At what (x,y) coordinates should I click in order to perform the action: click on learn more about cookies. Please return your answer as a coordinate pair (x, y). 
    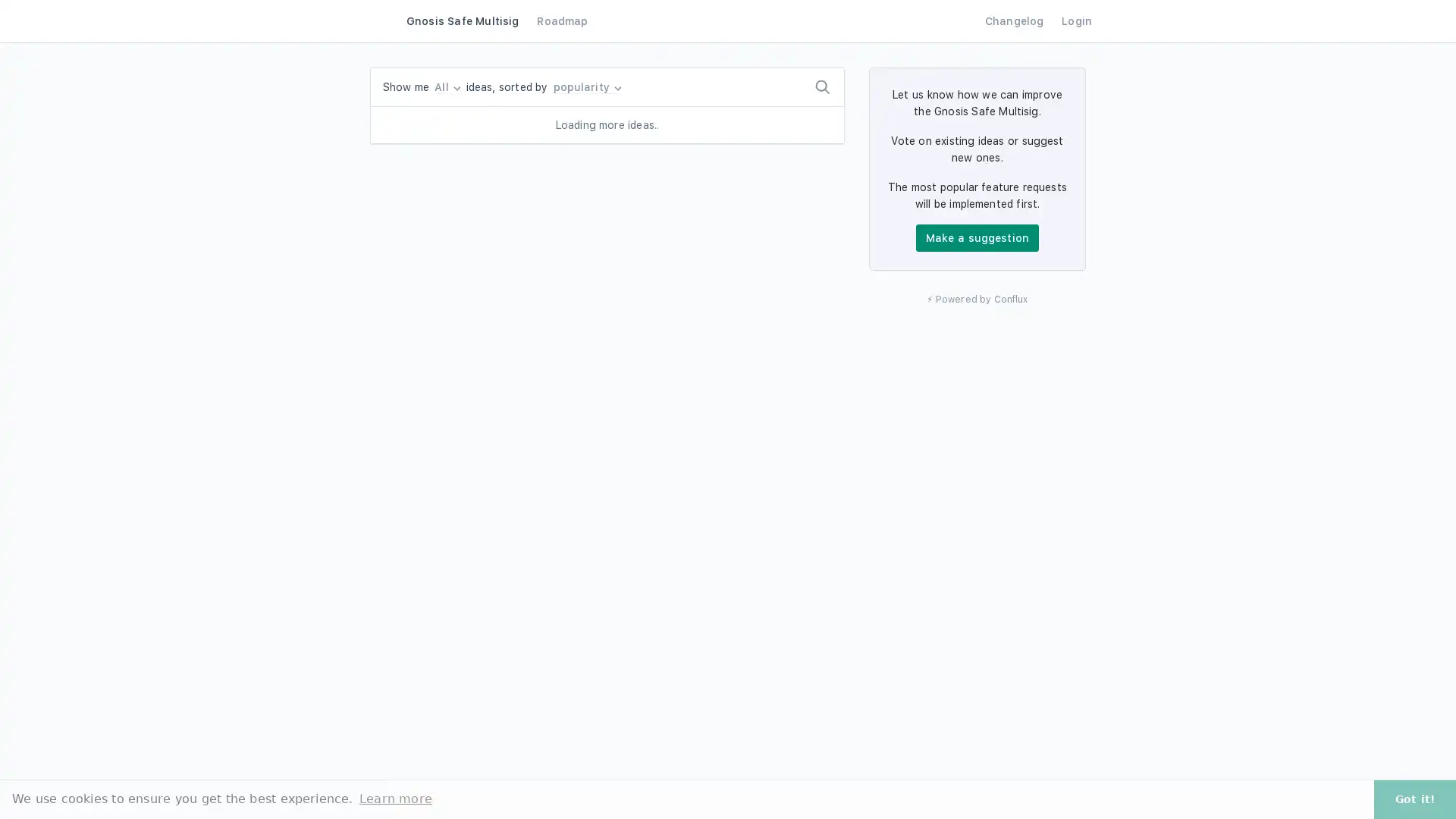
    Looking at the image, I should click on (395, 798).